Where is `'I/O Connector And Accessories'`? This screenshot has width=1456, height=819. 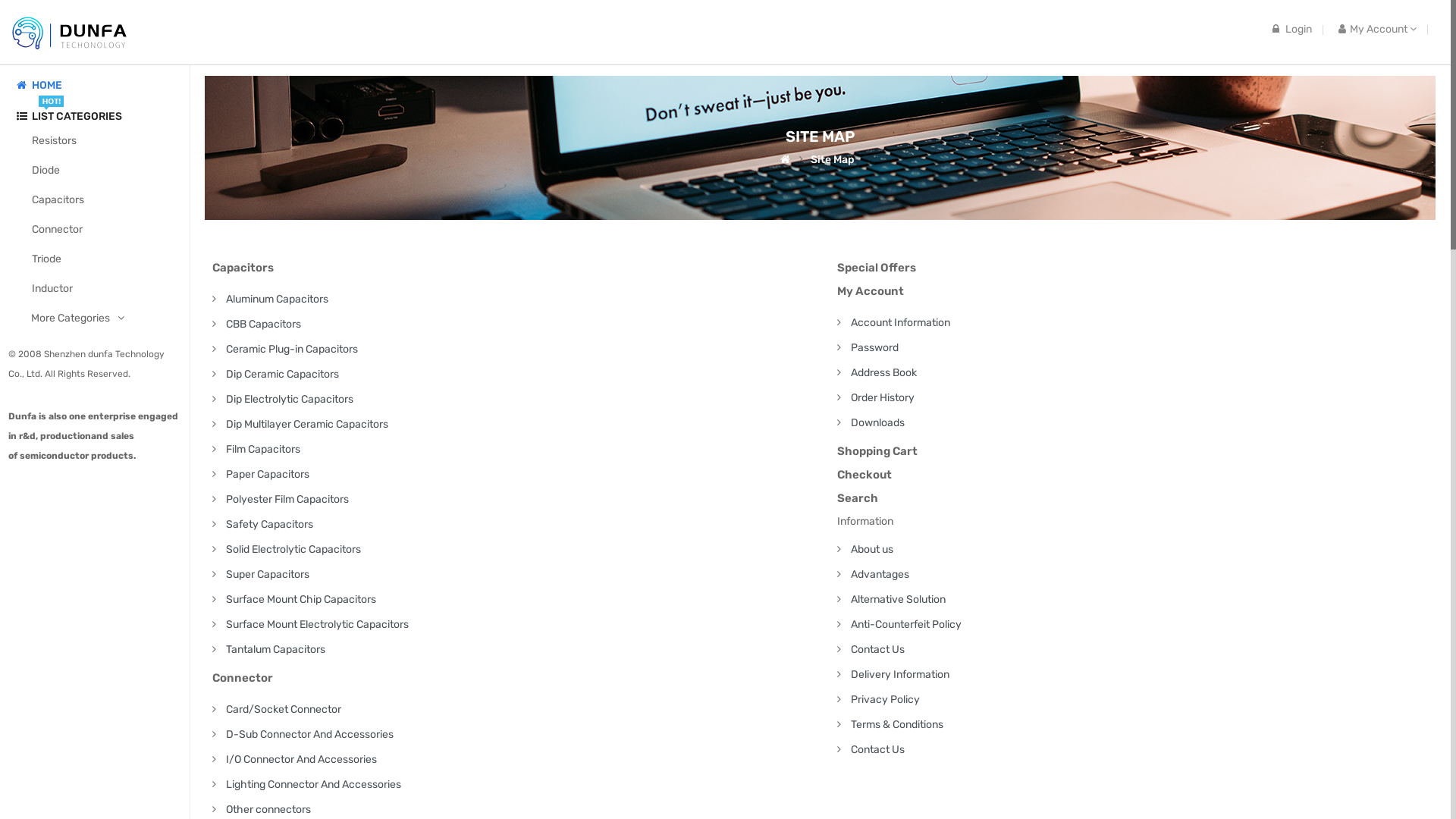
'I/O Connector And Accessories' is located at coordinates (301, 759).